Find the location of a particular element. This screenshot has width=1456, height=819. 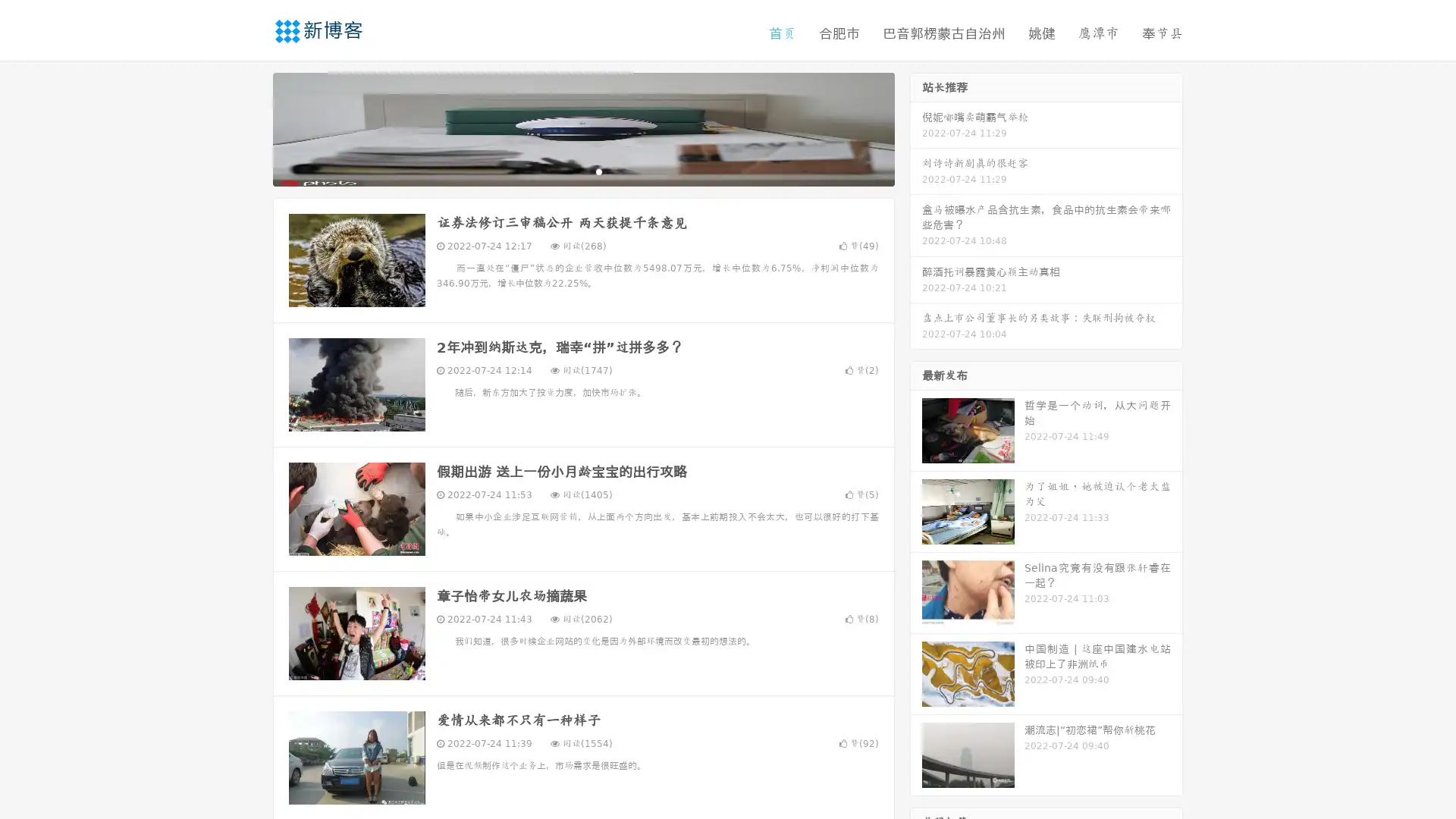

Go to slide 3 is located at coordinates (598, 171).